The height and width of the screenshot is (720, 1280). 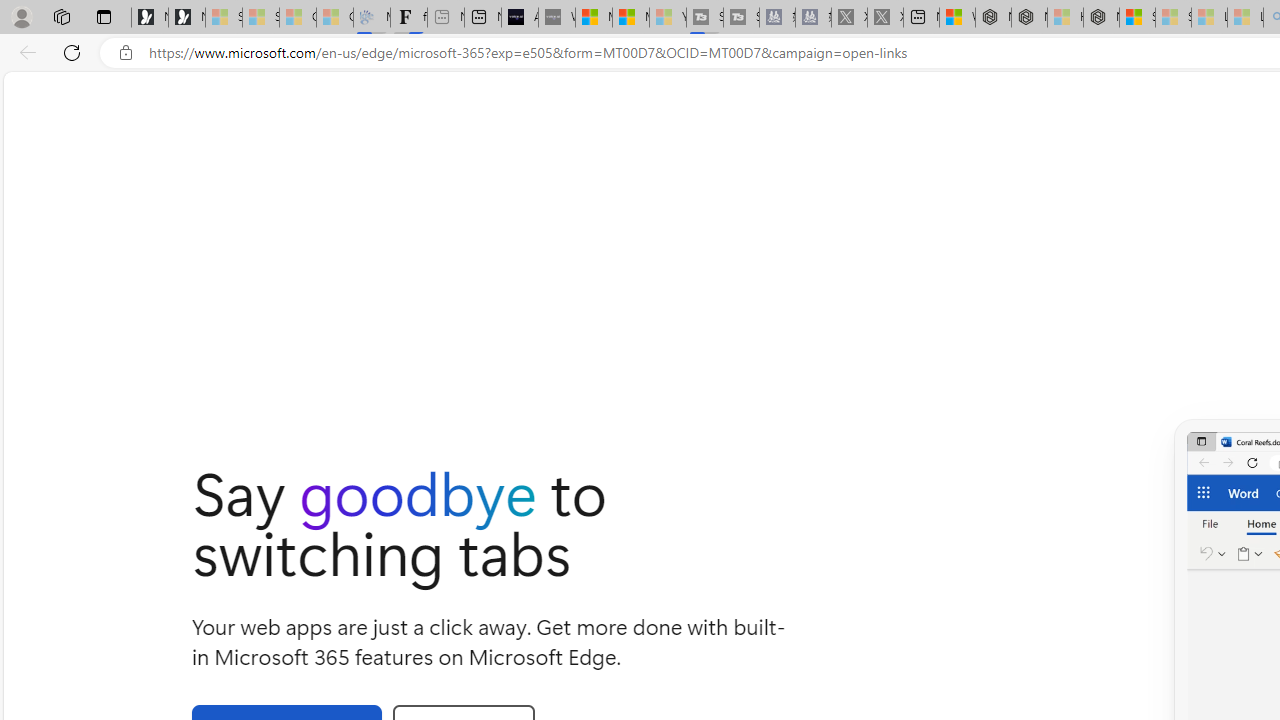 What do you see at coordinates (1029, 17) in the screenshot?
I see `'Nordace - Summer Adventures 2024'` at bounding box center [1029, 17].